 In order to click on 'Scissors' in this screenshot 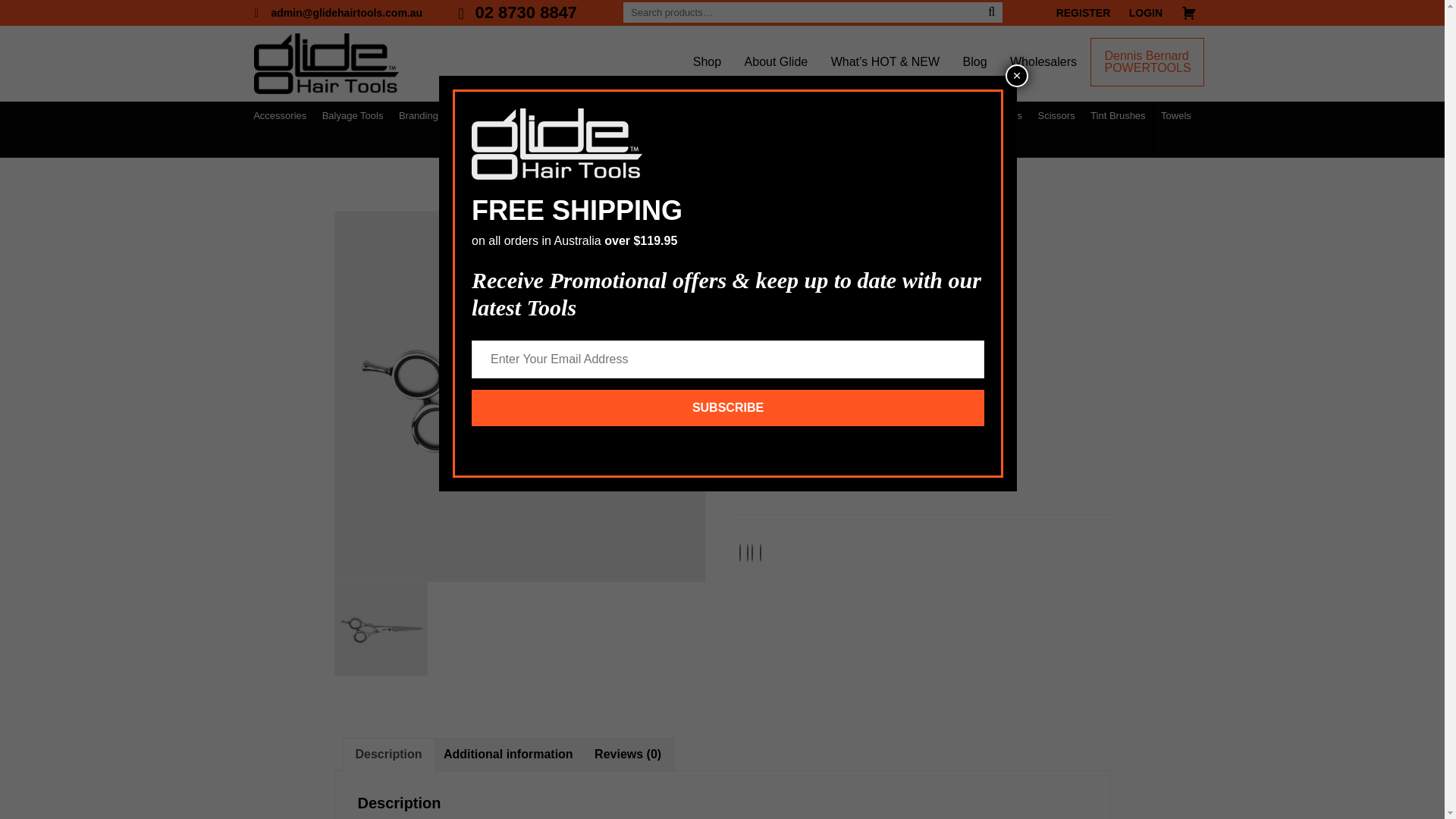, I will do `click(1056, 115)`.